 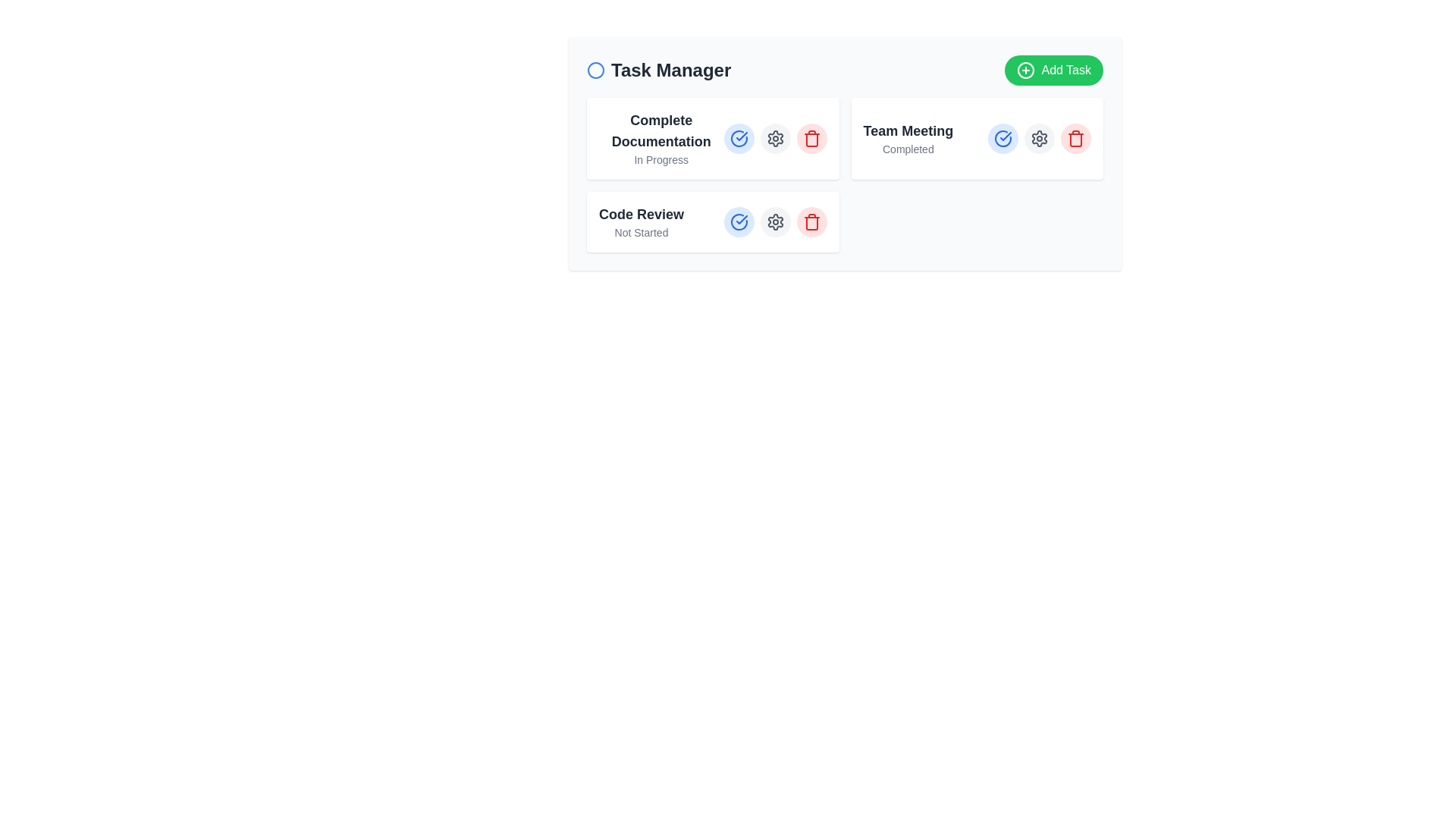 What do you see at coordinates (775, 222) in the screenshot?
I see `any of the three circular buttons in the 'Code Review' task card's action section` at bounding box center [775, 222].